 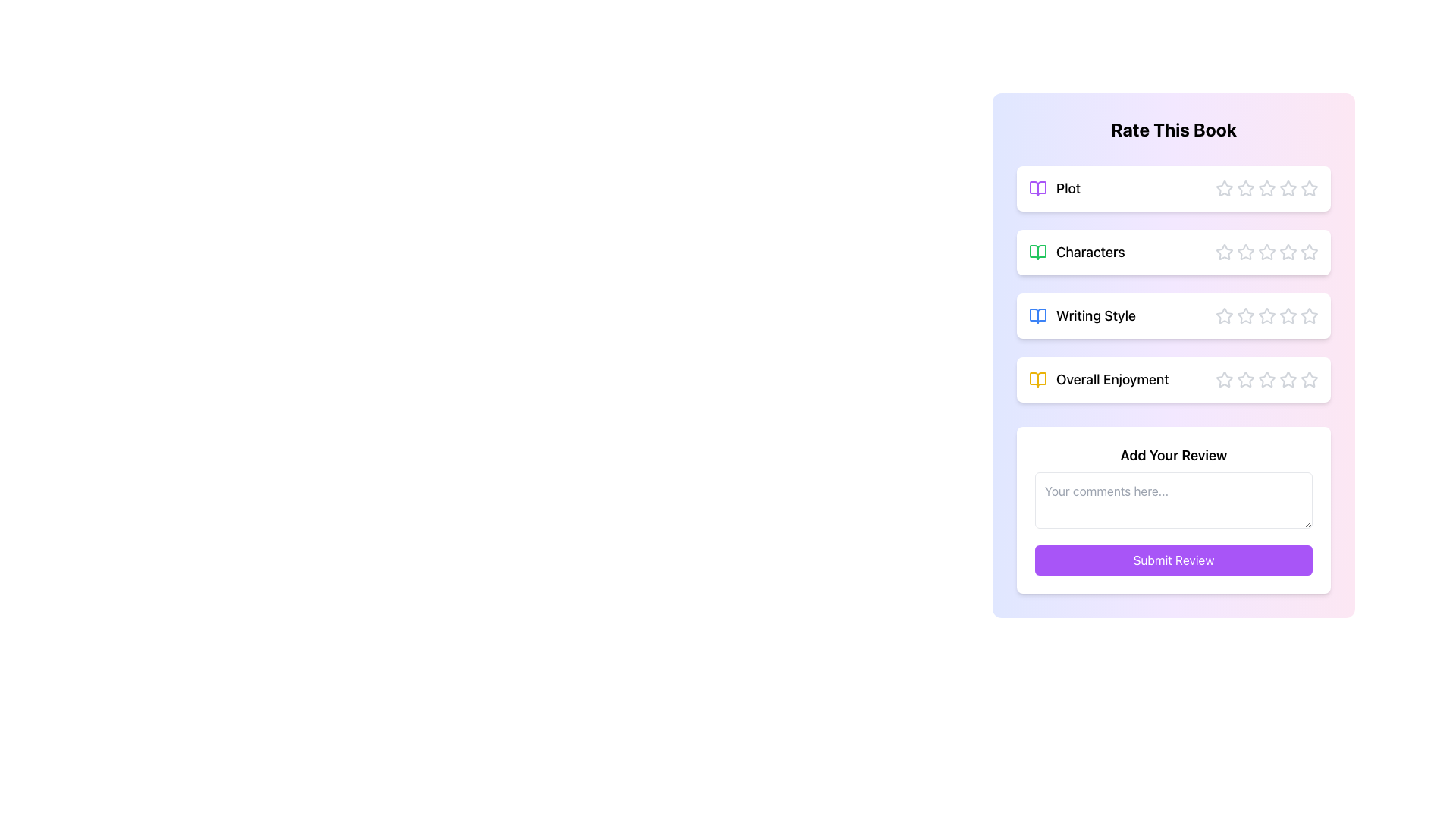 What do you see at coordinates (1245, 315) in the screenshot?
I see `the second star icon` at bounding box center [1245, 315].